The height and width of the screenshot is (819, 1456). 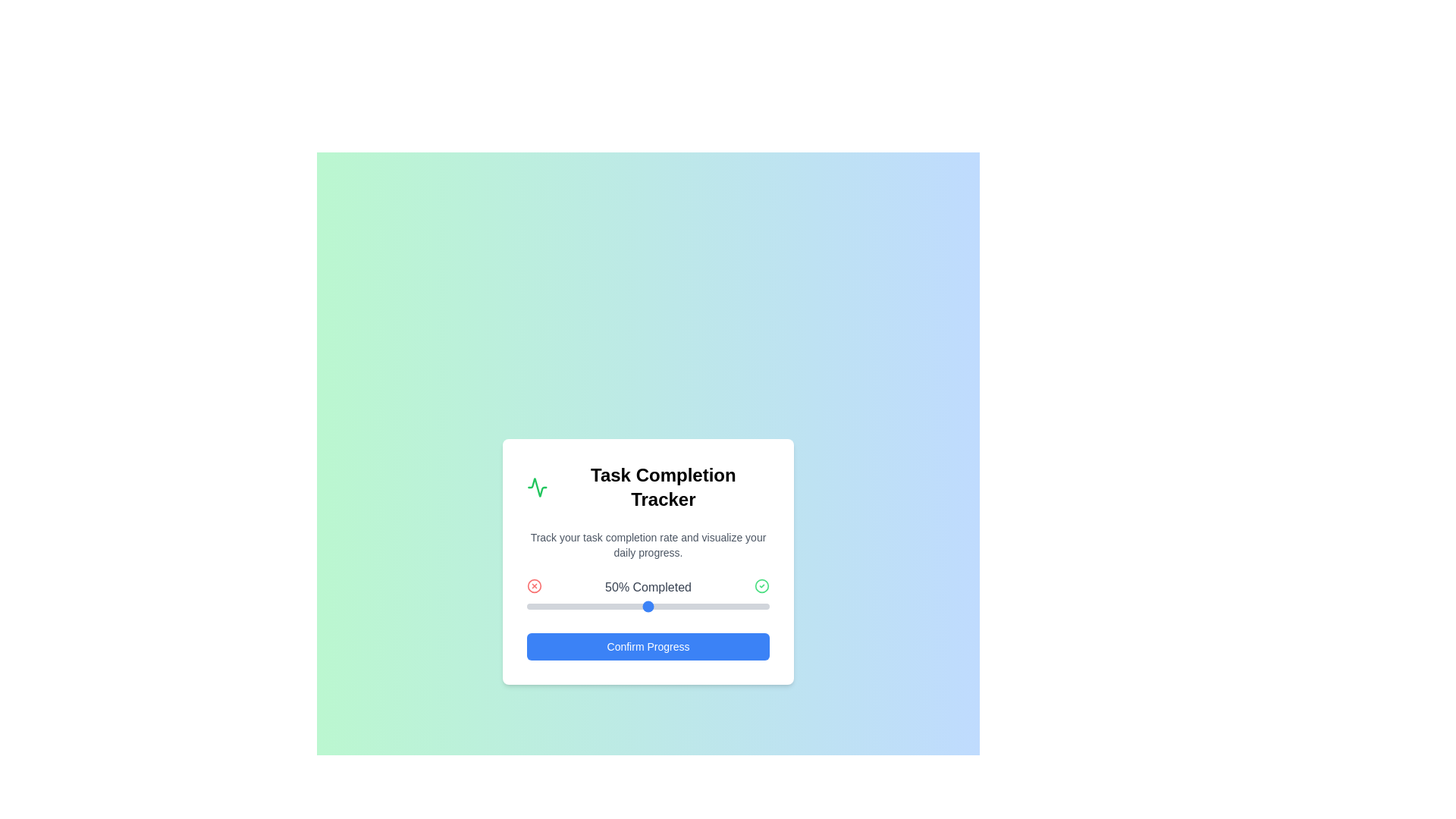 What do you see at coordinates (532, 605) in the screenshot?
I see `the progress slider to 2%` at bounding box center [532, 605].